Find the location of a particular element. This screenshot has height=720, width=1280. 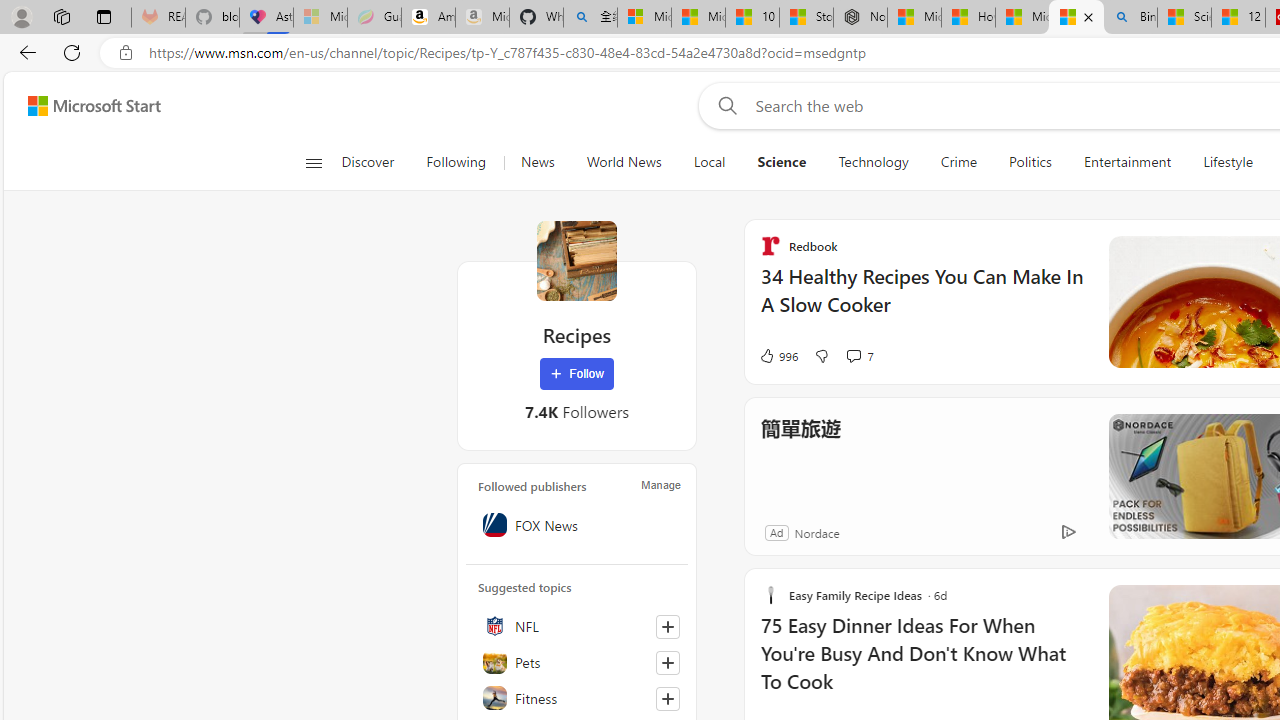

'Bing' is located at coordinates (1130, 17).